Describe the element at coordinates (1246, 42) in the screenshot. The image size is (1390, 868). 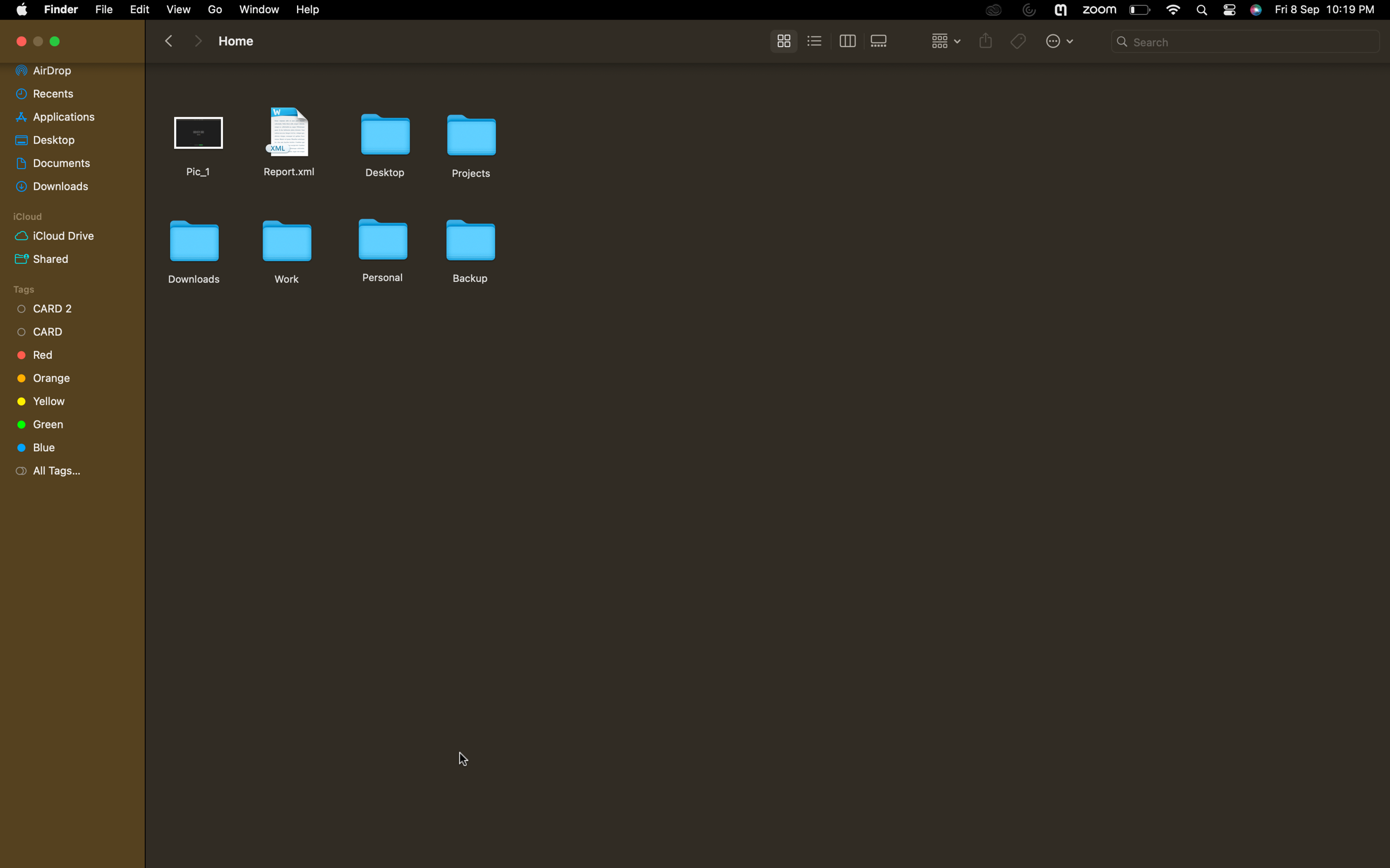
I see `a localized search for the "report" file in the current folder` at that location.